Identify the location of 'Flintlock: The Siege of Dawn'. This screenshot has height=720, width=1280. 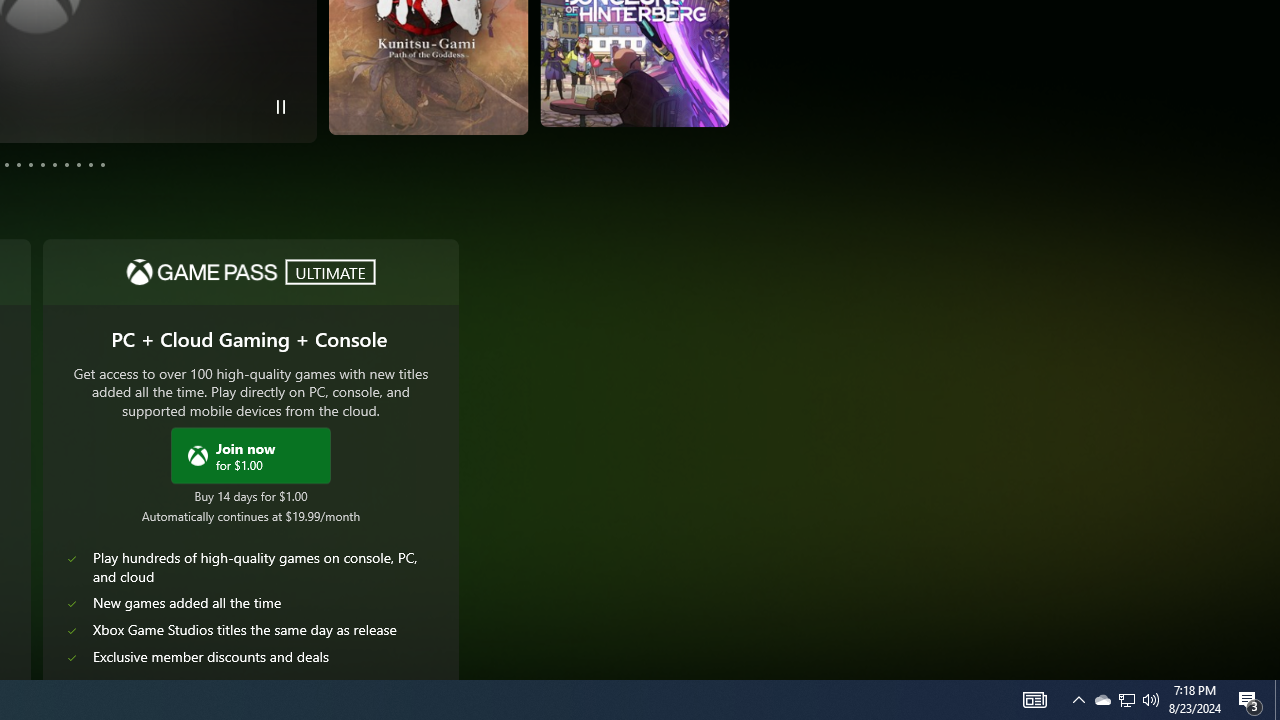
(668, 72).